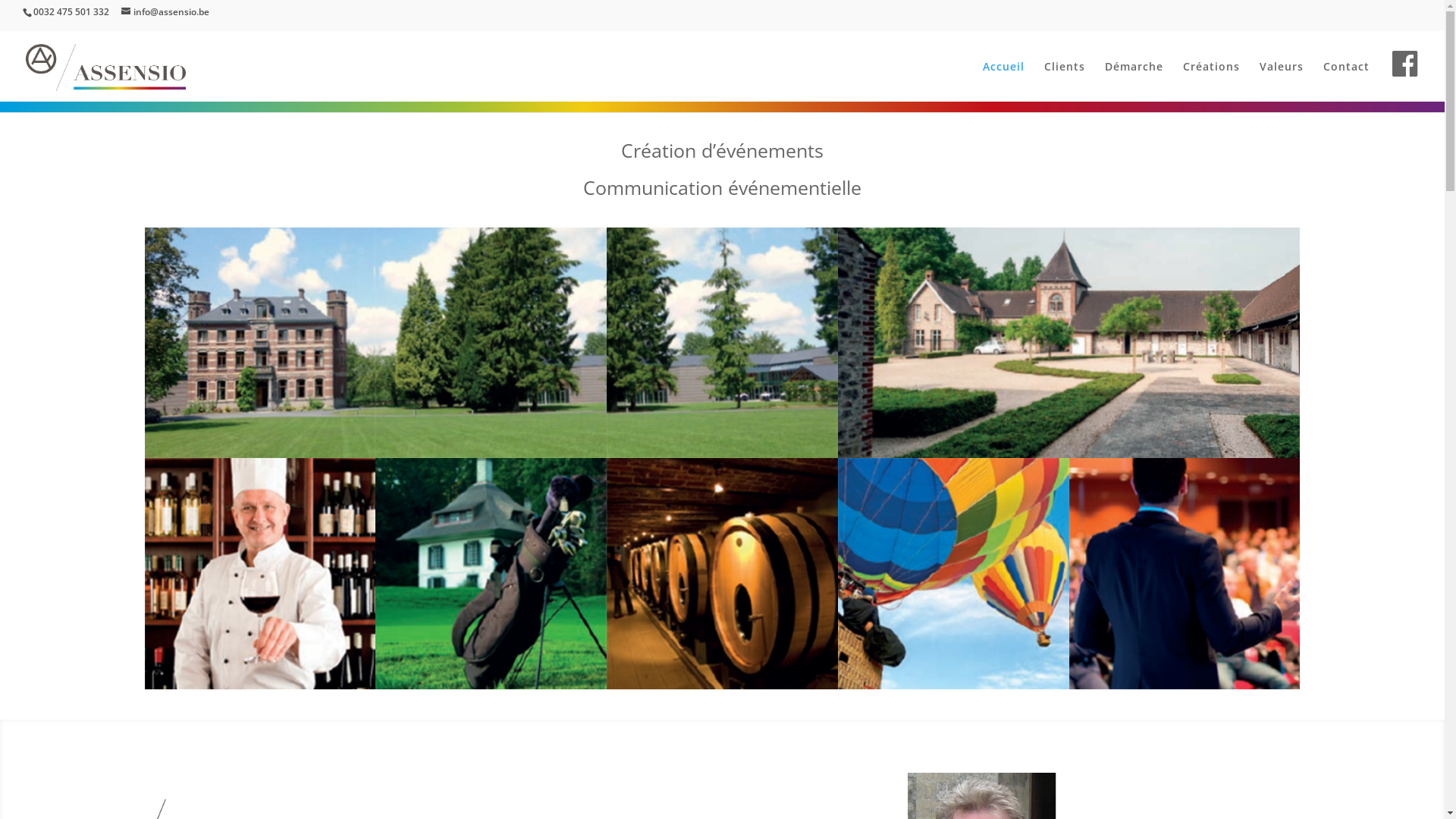 The image size is (1456, 819). What do you see at coordinates (165, 11) in the screenshot?
I see `'info@assensio.be'` at bounding box center [165, 11].